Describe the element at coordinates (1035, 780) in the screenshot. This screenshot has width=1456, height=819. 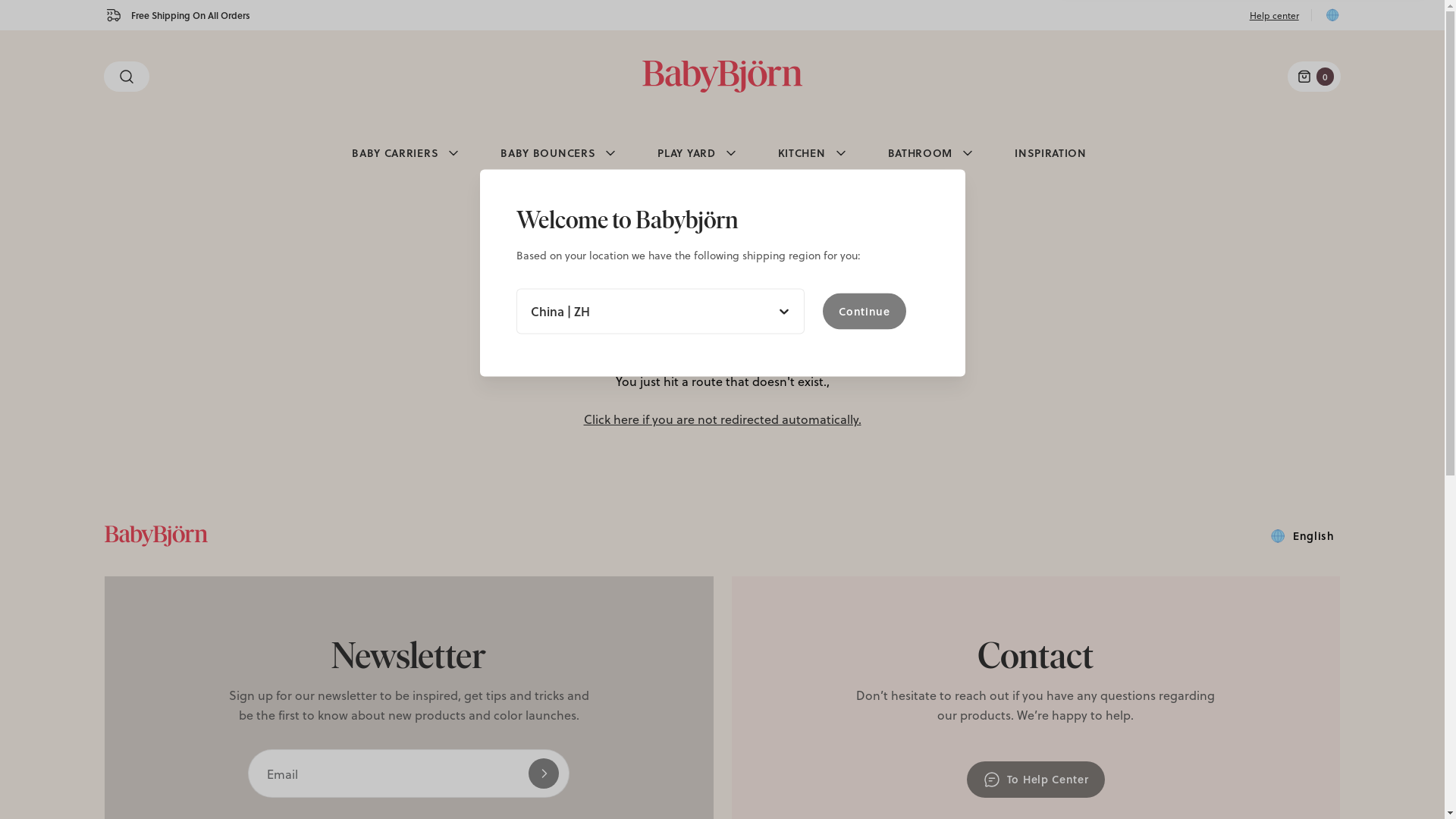
I see `'To Help Center'` at that location.